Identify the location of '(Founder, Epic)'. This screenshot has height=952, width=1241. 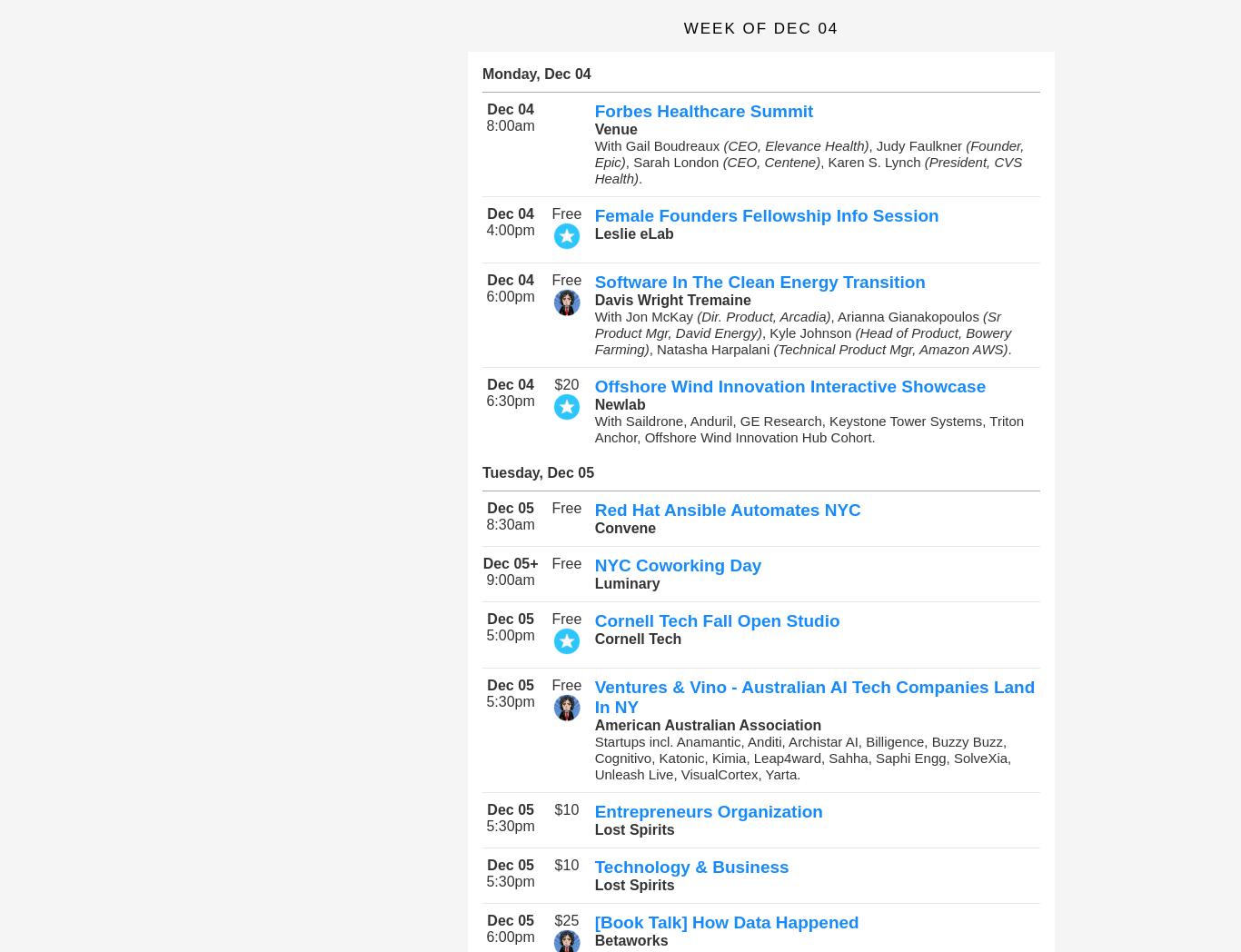
(808, 154).